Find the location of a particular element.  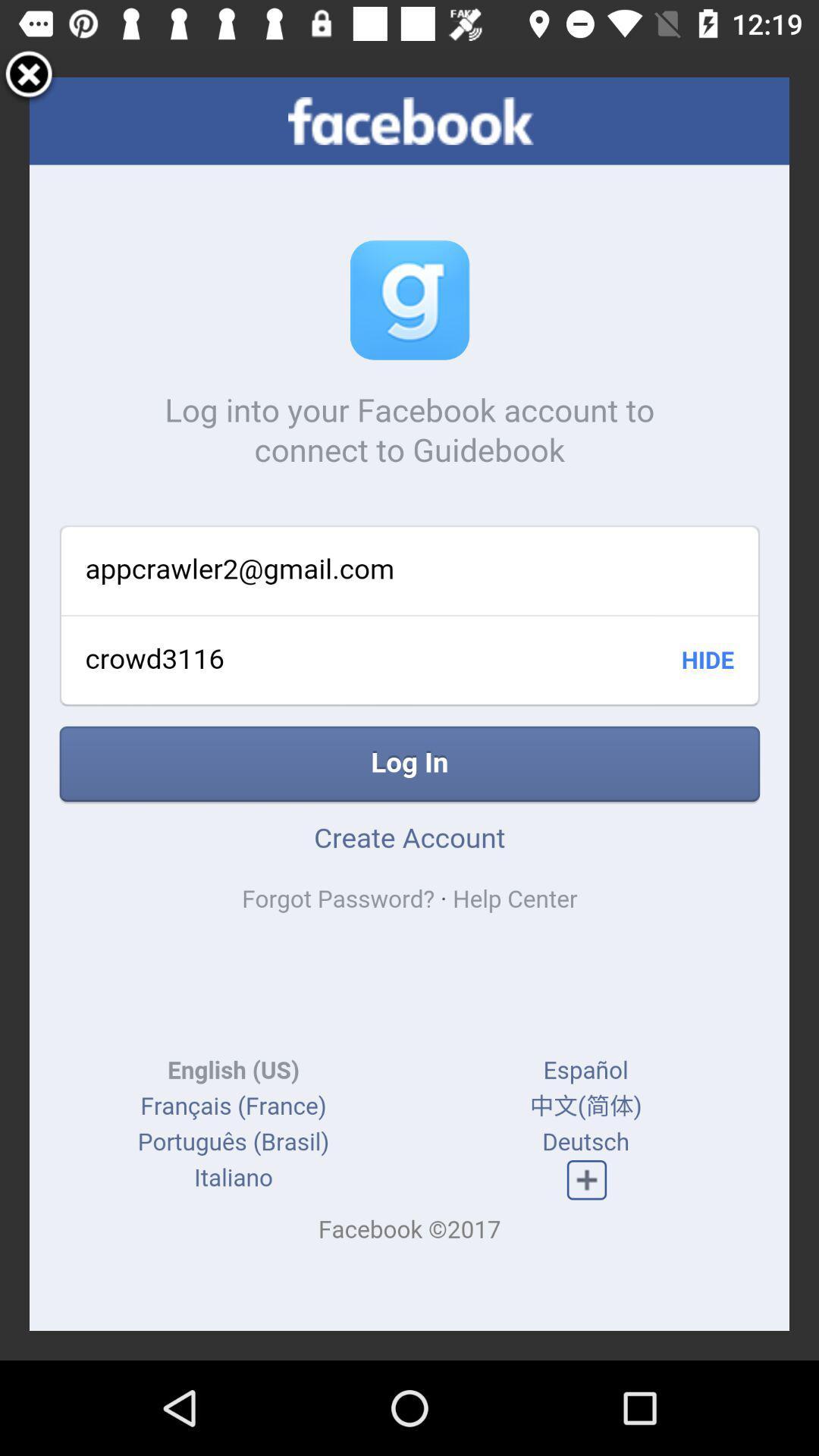

exit element is located at coordinates (29, 76).